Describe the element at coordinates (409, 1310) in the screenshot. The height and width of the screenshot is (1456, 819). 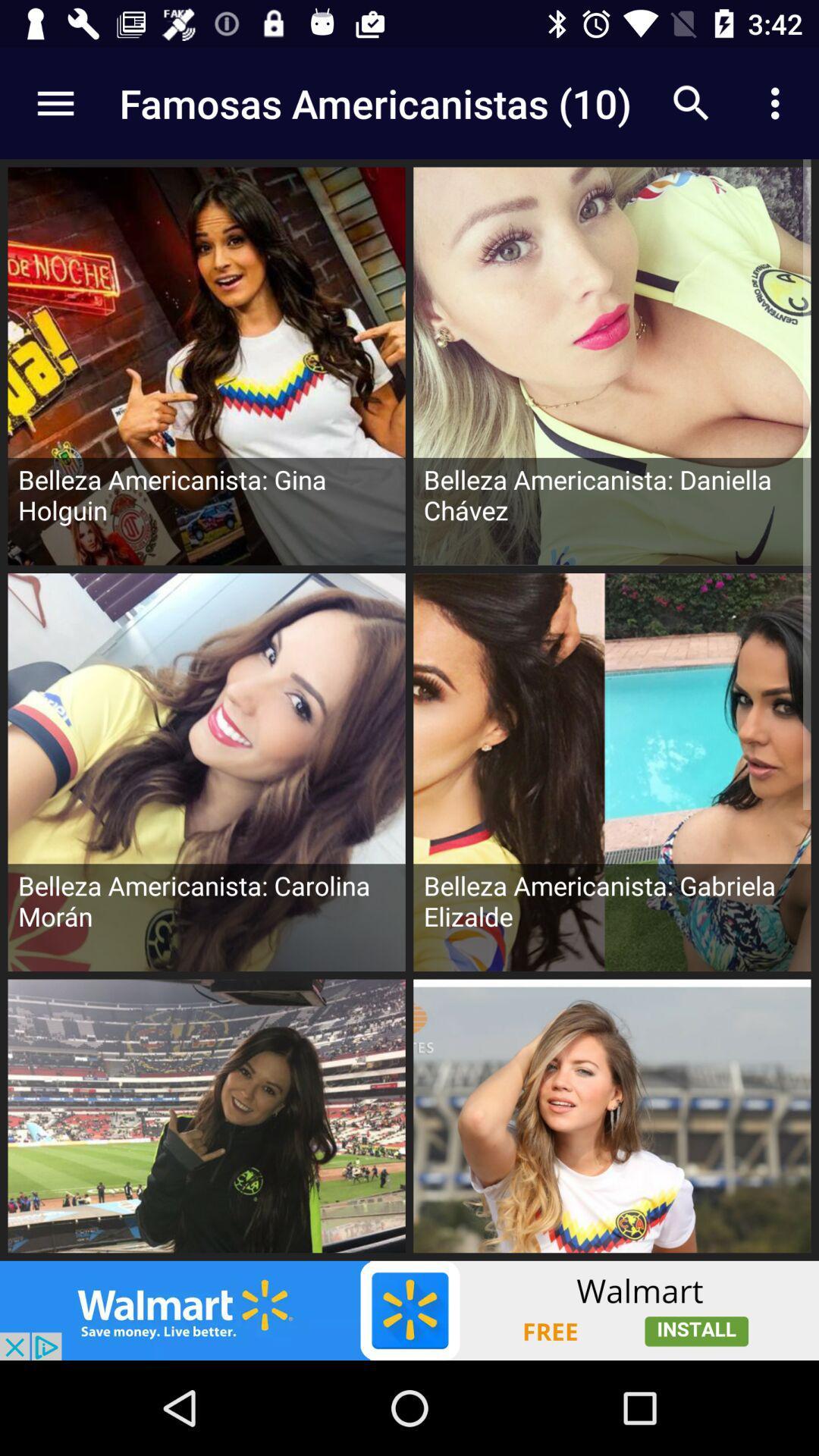
I see `advertisement` at that location.